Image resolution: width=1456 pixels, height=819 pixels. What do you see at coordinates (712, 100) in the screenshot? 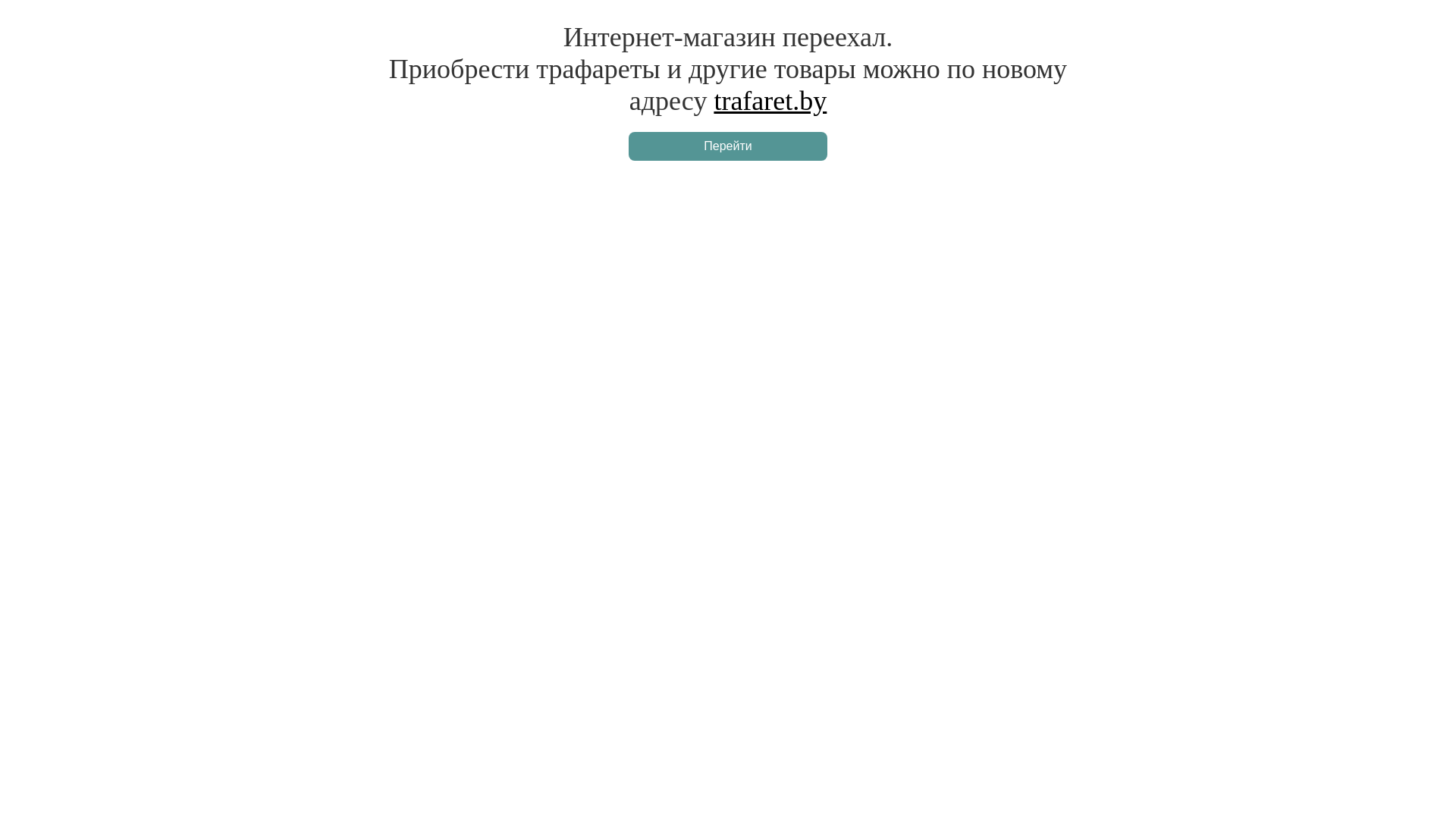
I see `'trafaret.by'` at bounding box center [712, 100].